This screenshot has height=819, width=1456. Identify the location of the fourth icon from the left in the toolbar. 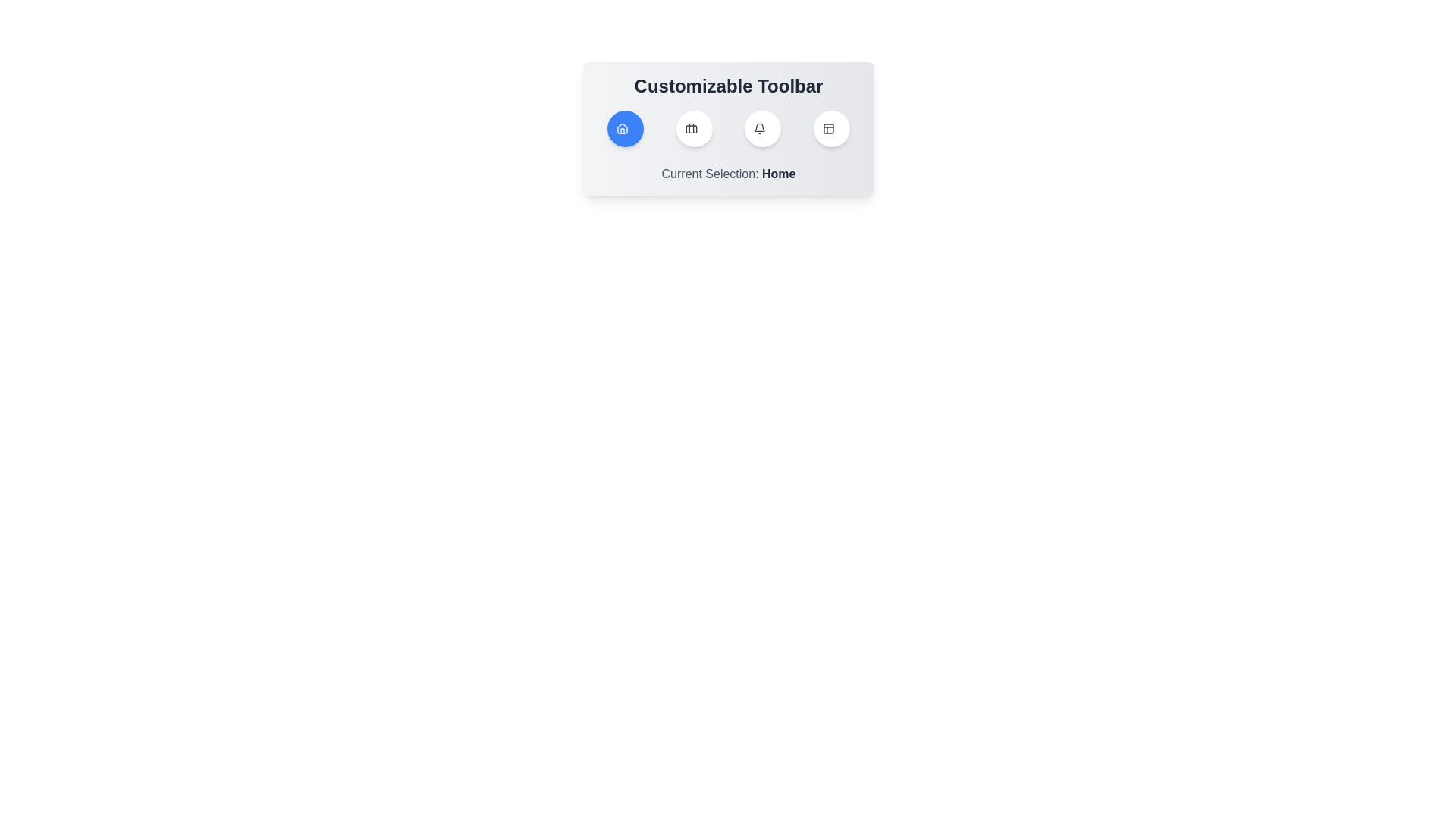
(828, 127).